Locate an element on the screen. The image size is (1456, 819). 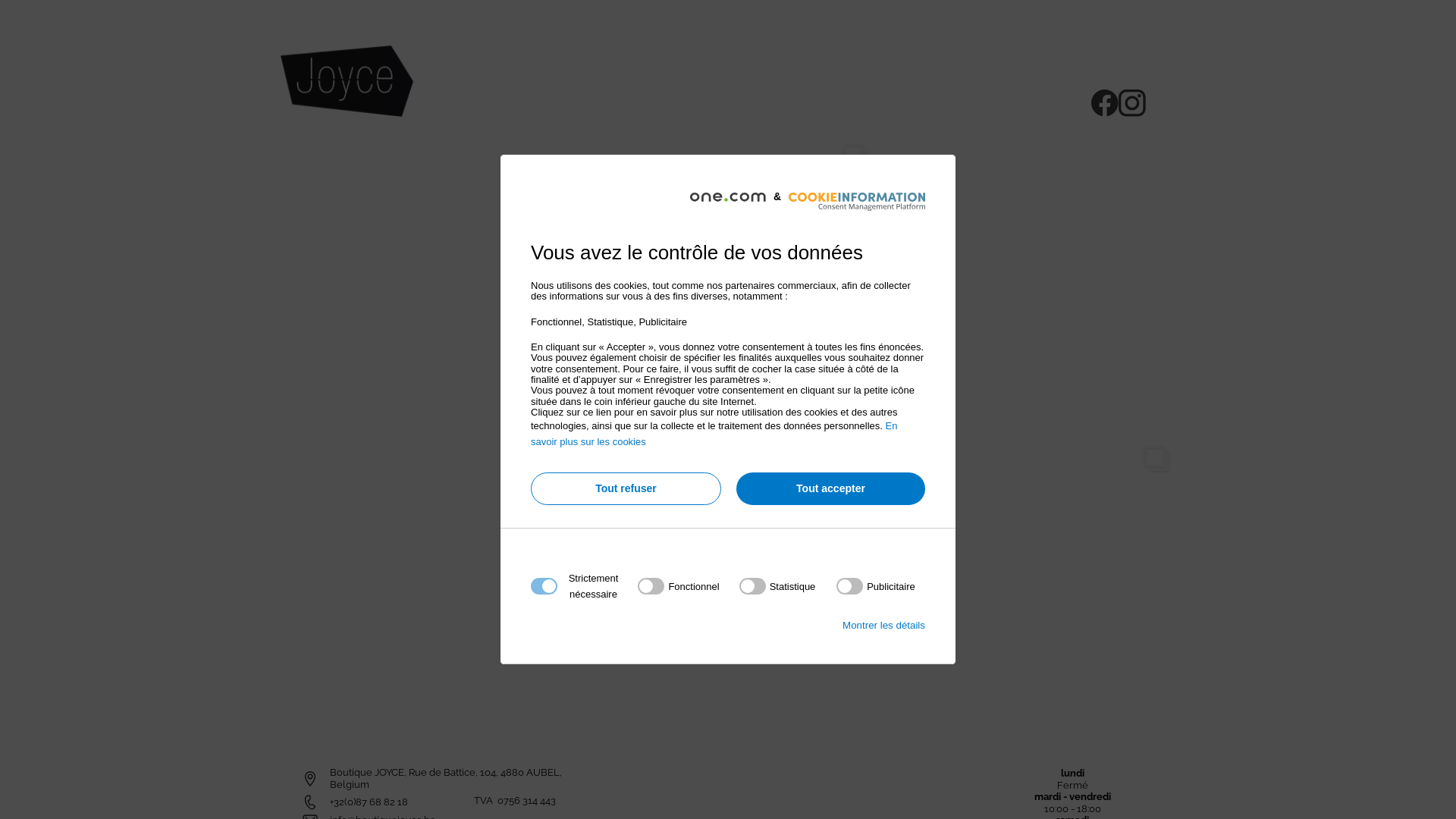
'Tout accepter' is located at coordinates (830, 488).